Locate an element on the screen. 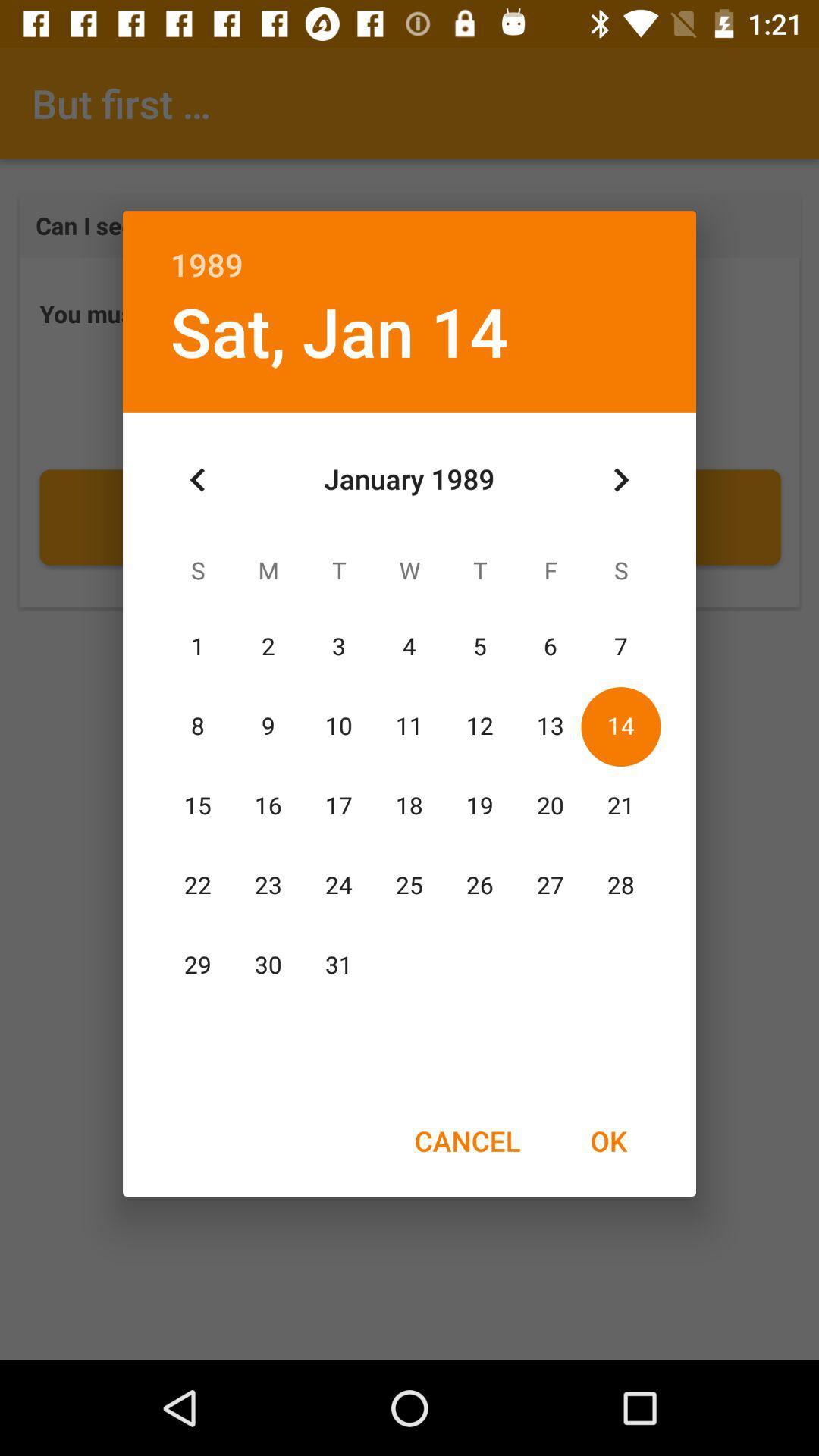 The height and width of the screenshot is (1456, 819). the item at the bottom right corner is located at coordinates (607, 1141).